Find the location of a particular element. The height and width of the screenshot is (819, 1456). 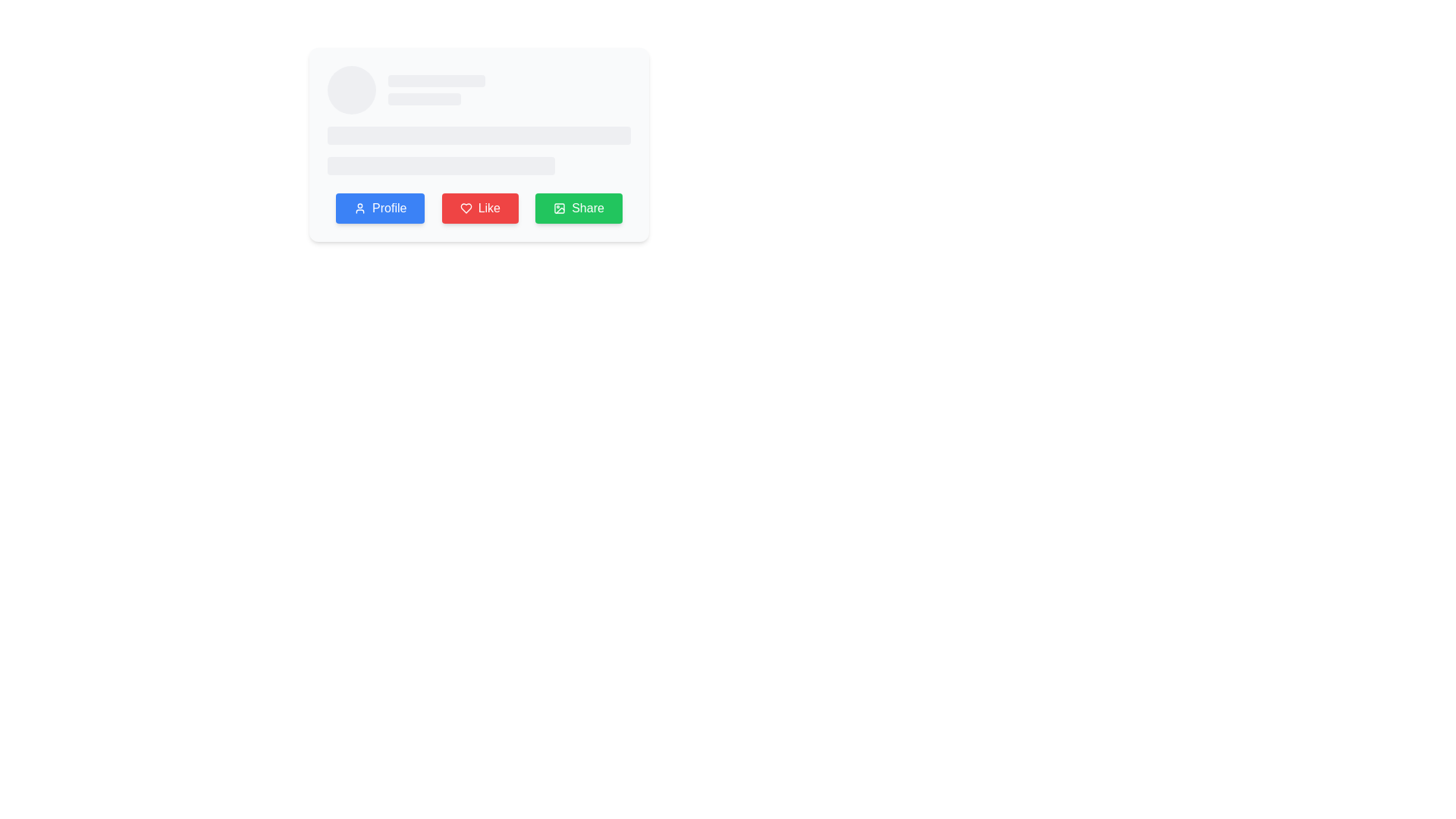

the 'Share' button icon, which is the first item in the button's content and visually indicates an image-related action is located at coordinates (559, 208).